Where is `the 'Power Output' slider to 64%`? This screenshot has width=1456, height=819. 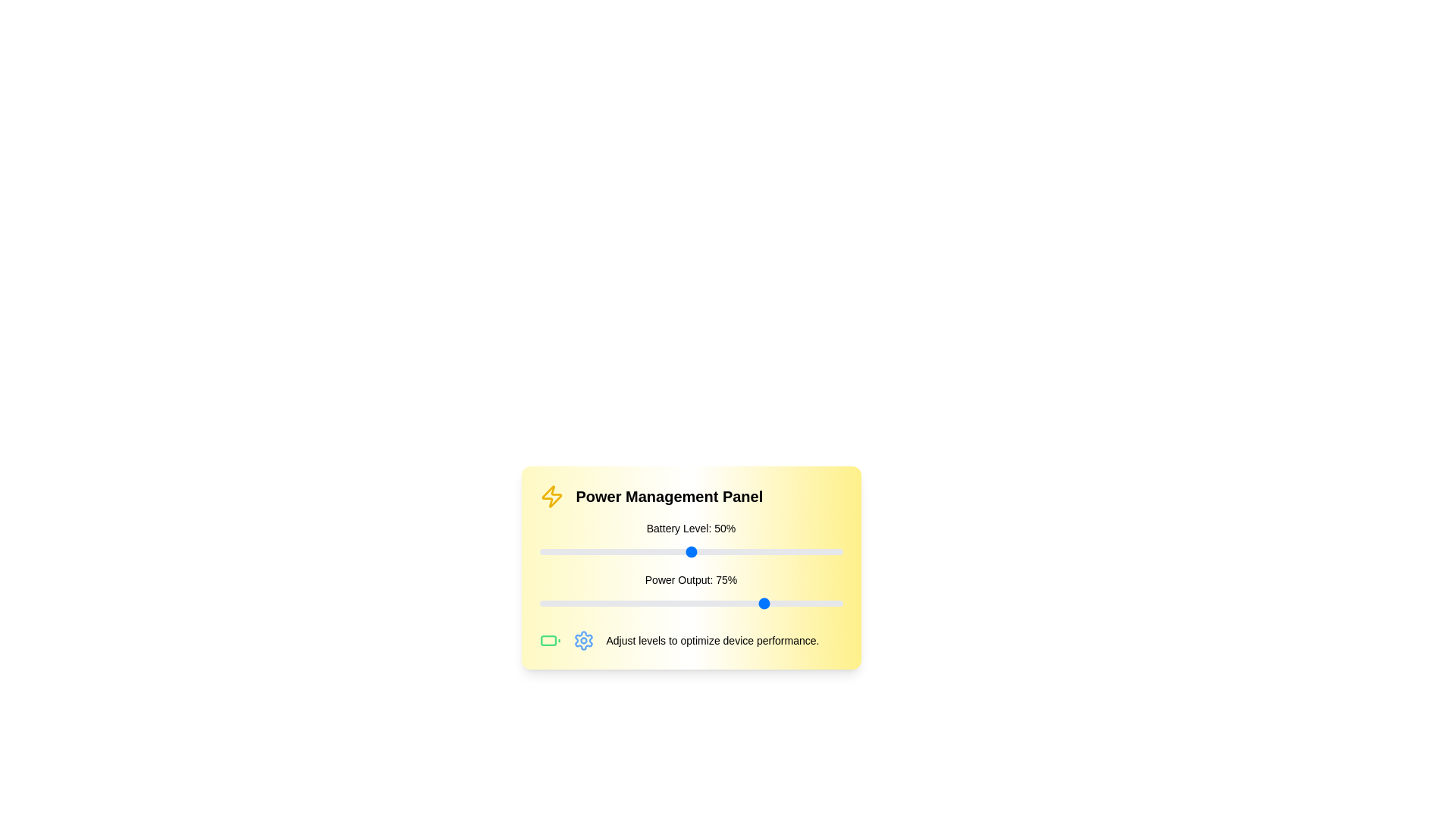
the 'Power Output' slider to 64% is located at coordinates (733, 602).